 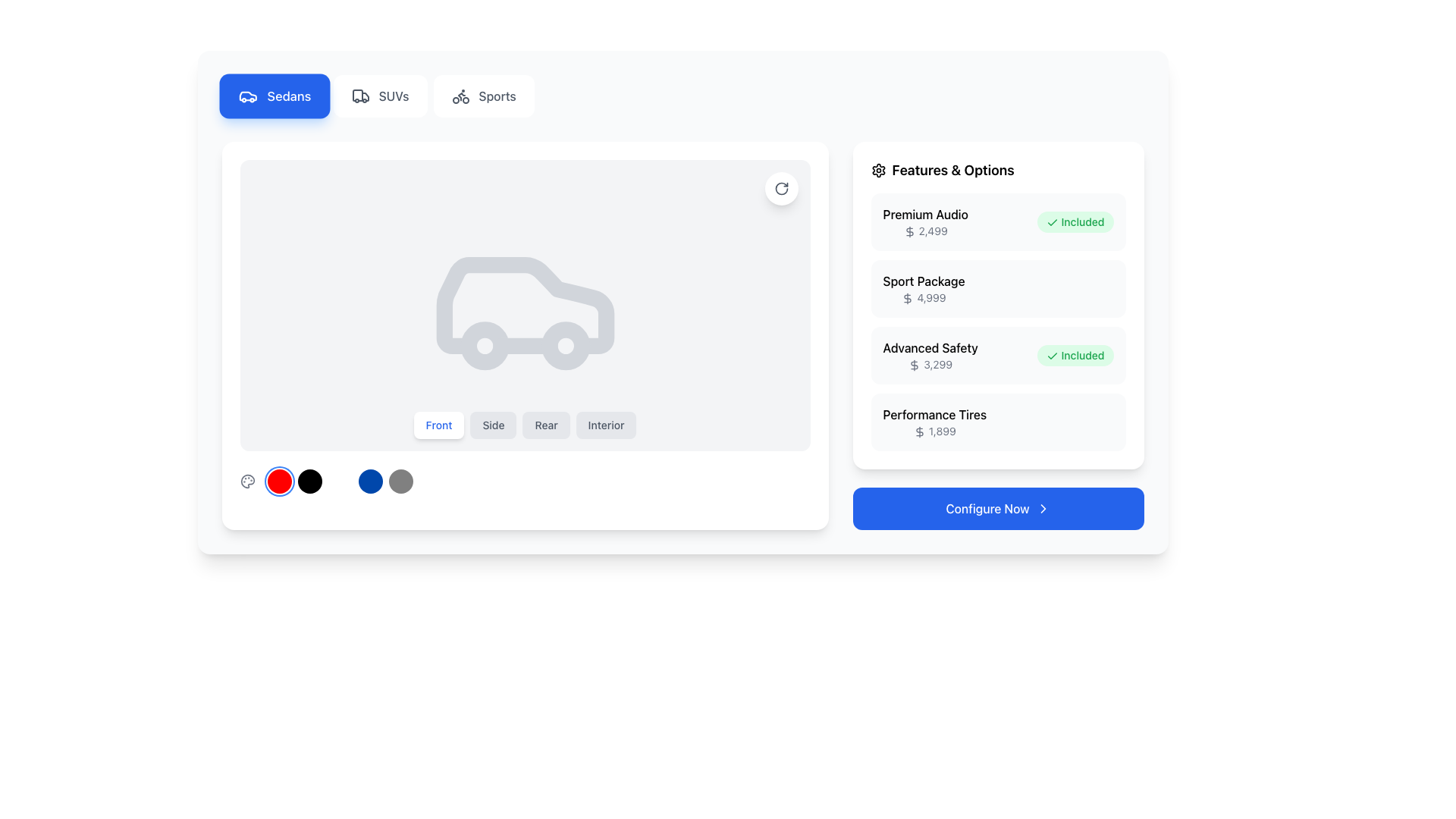 What do you see at coordinates (1075, 222) in the screenshot?
I see `the Indicator badge located on the right side of the 'Premium Audio' option under the 'Features & Options' section, which indicates that the feature is included in the selected package` at bounding box center [1075, 222].